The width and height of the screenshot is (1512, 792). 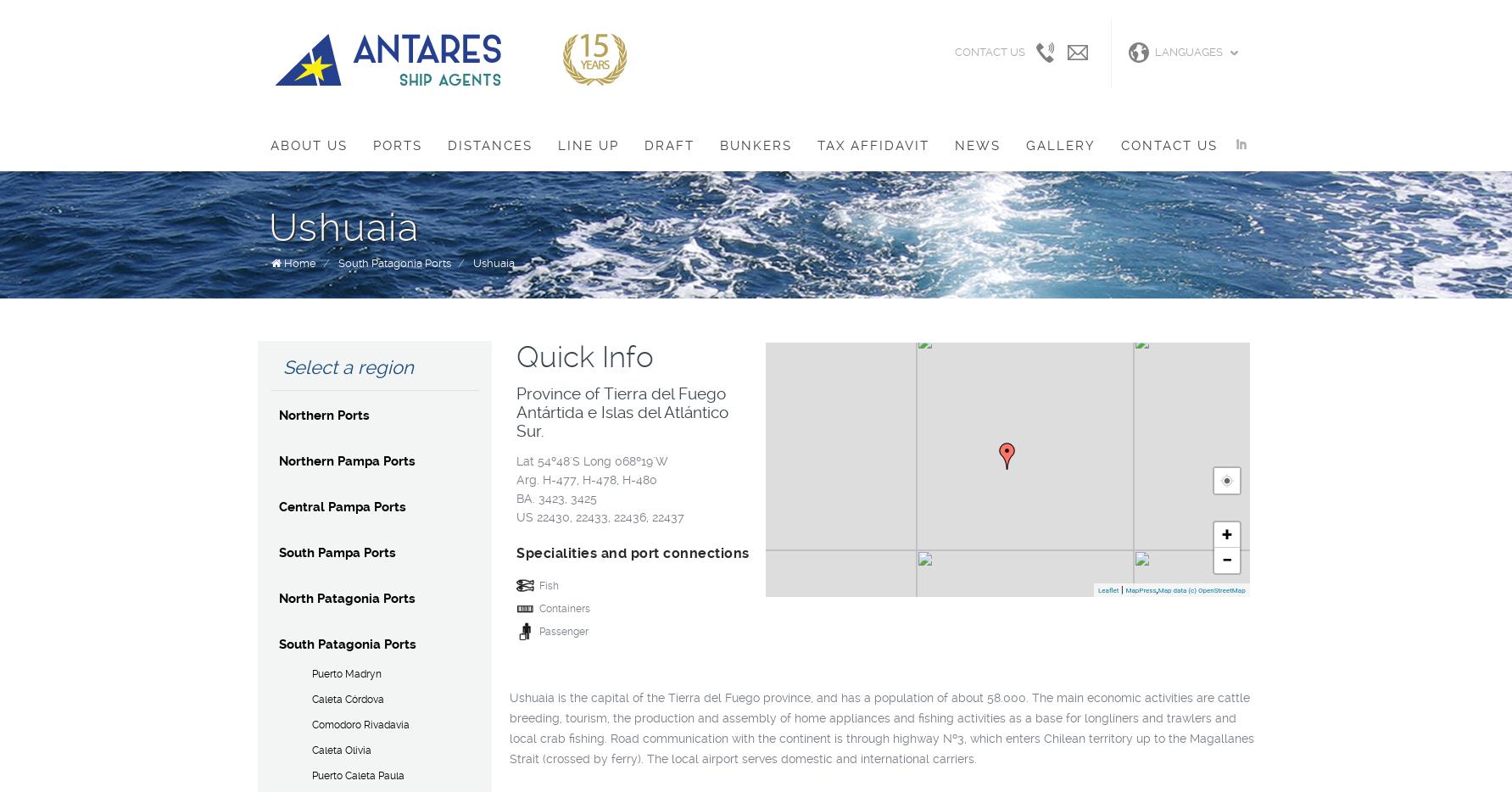 I want to click on 'News', so click(x=975, y=146).